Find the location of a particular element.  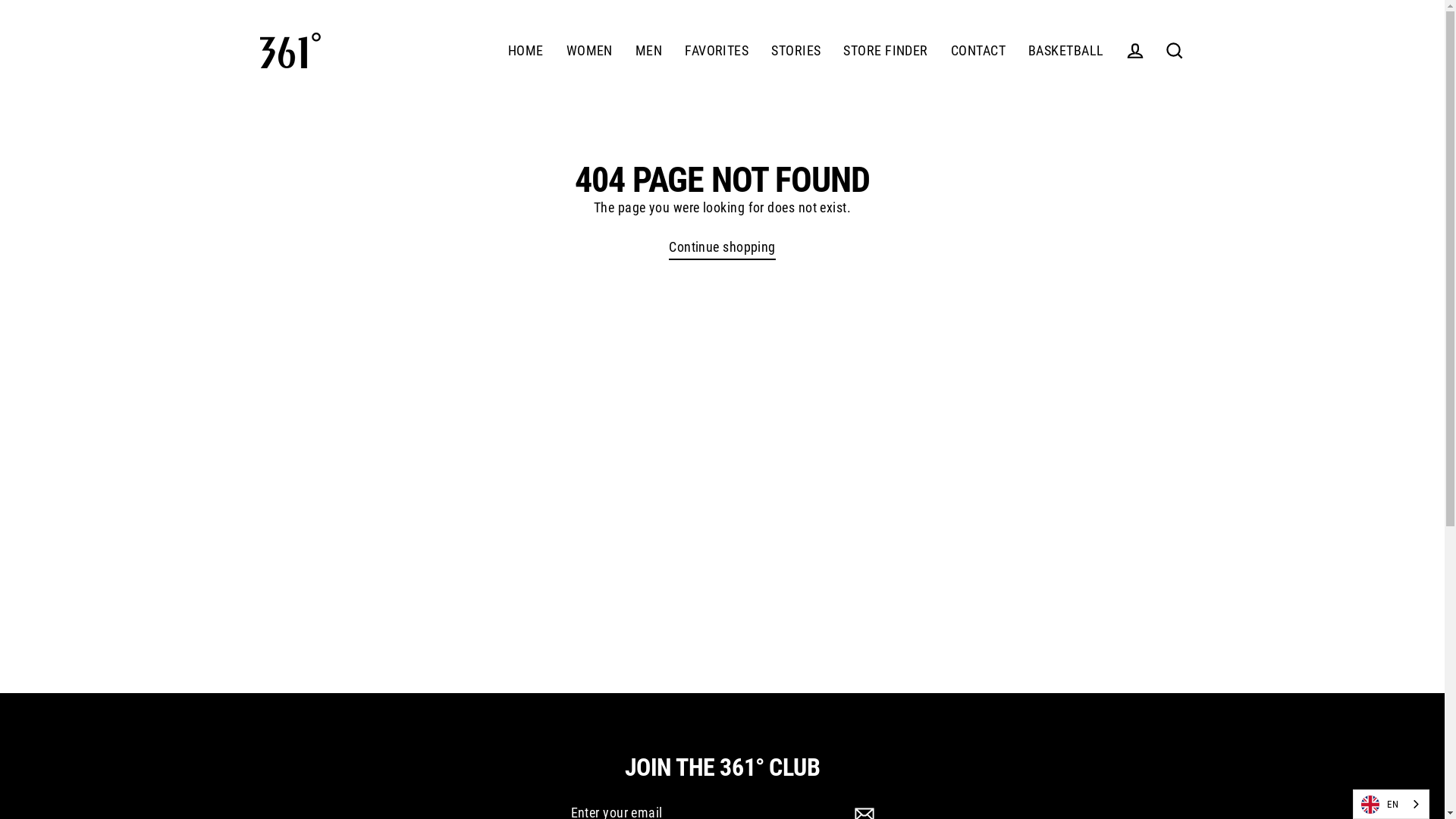

'STORE FINDER' is located at coordinates (885, 49).